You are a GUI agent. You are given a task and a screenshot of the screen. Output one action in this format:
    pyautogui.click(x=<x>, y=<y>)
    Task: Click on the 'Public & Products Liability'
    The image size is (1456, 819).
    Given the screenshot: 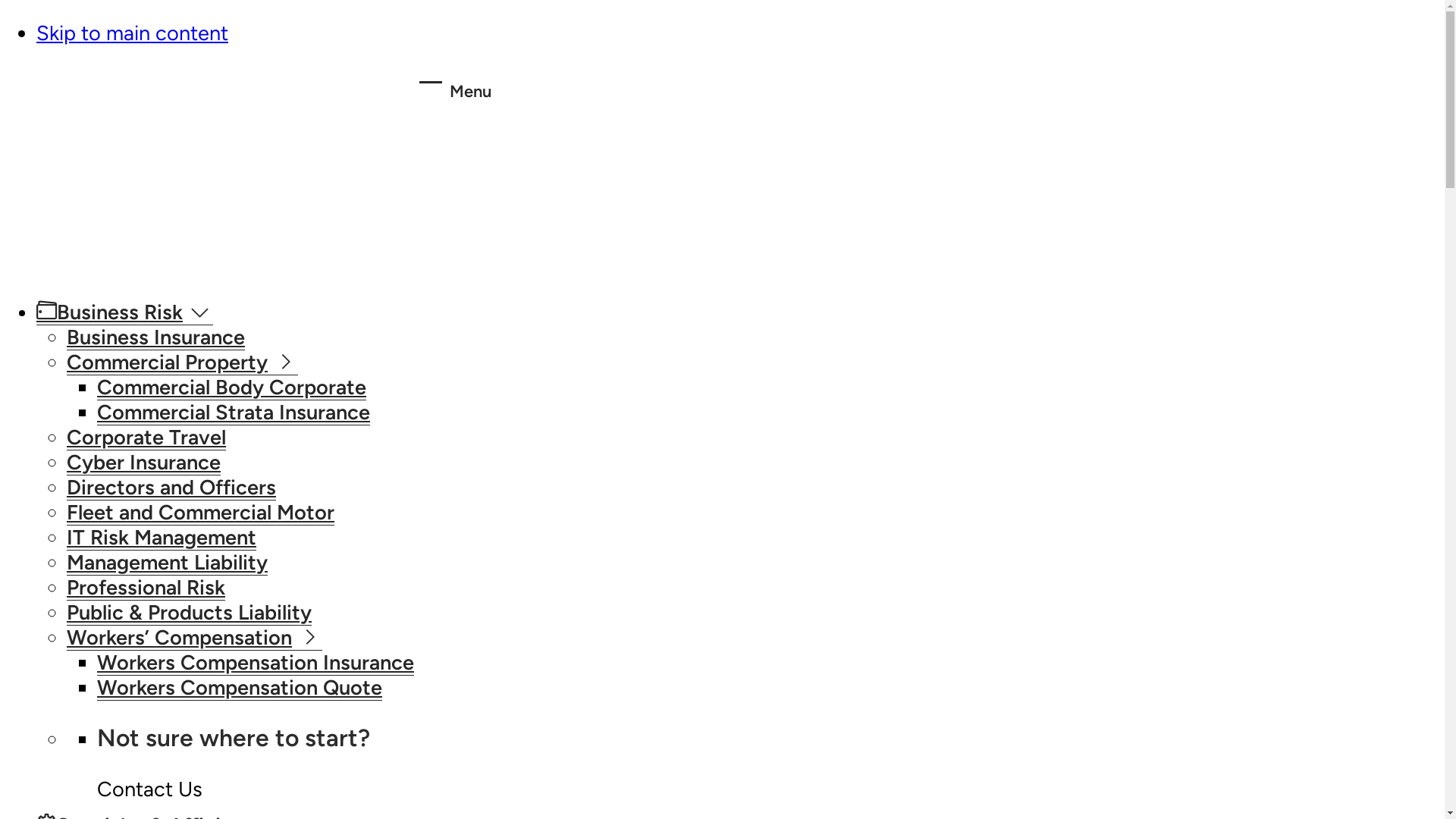 What is the action you would take?
    pyautogui.click(x=188, y=611)
    